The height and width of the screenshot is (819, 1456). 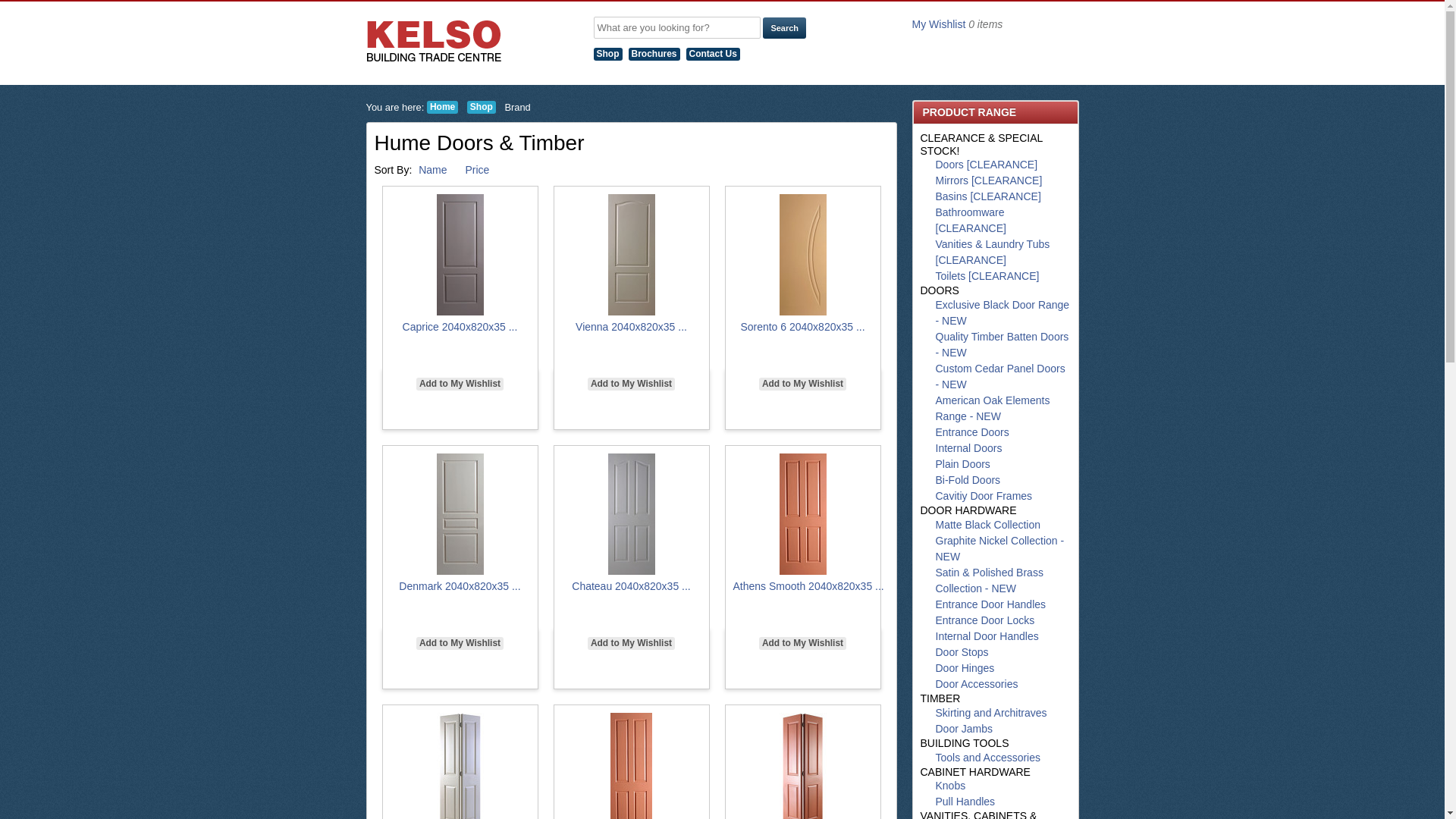 I want to click on 'Door Jambs', so click(x=934, y=727).